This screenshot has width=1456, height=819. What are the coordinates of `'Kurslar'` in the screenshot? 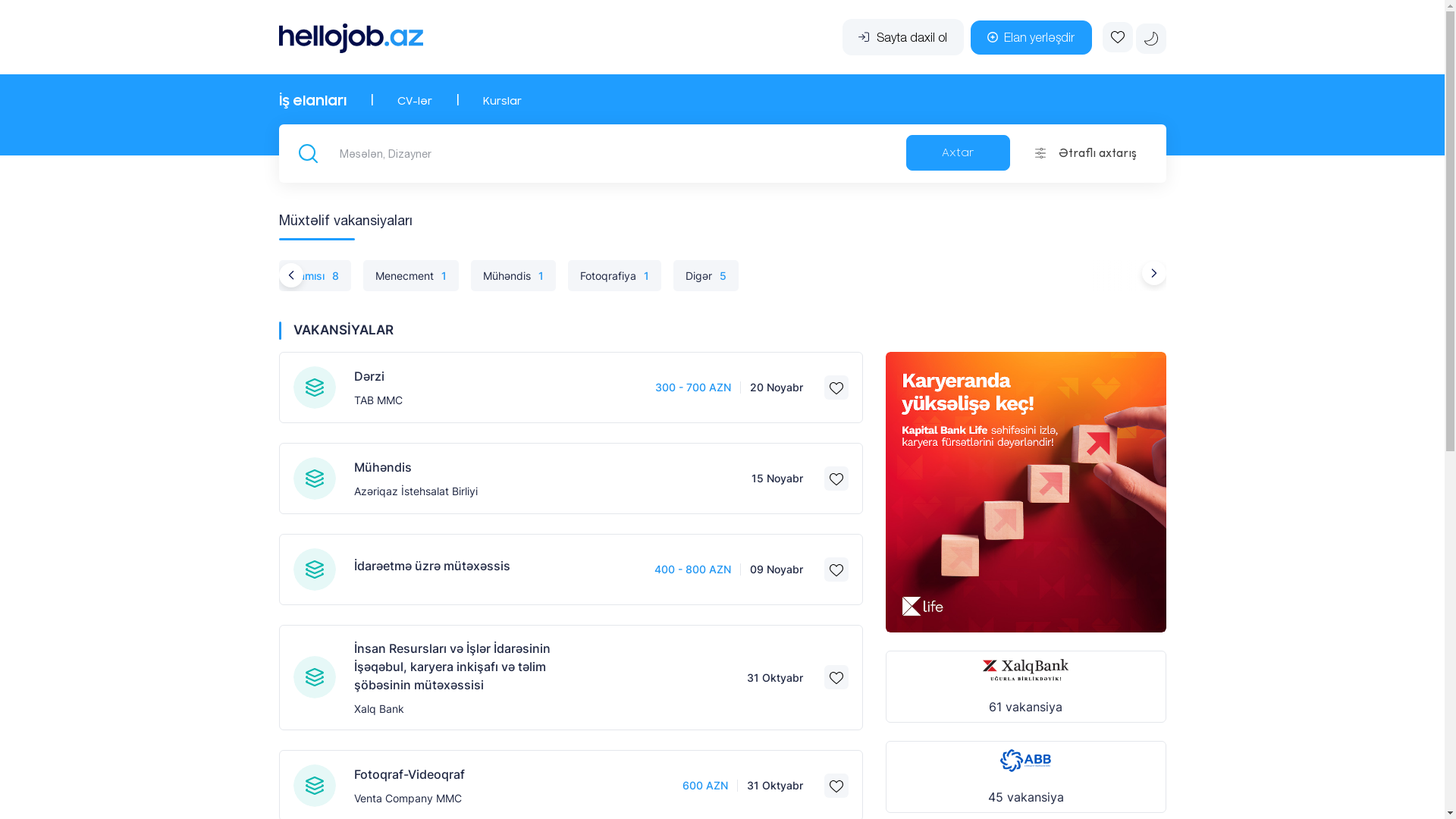 It's located at (501, 102).